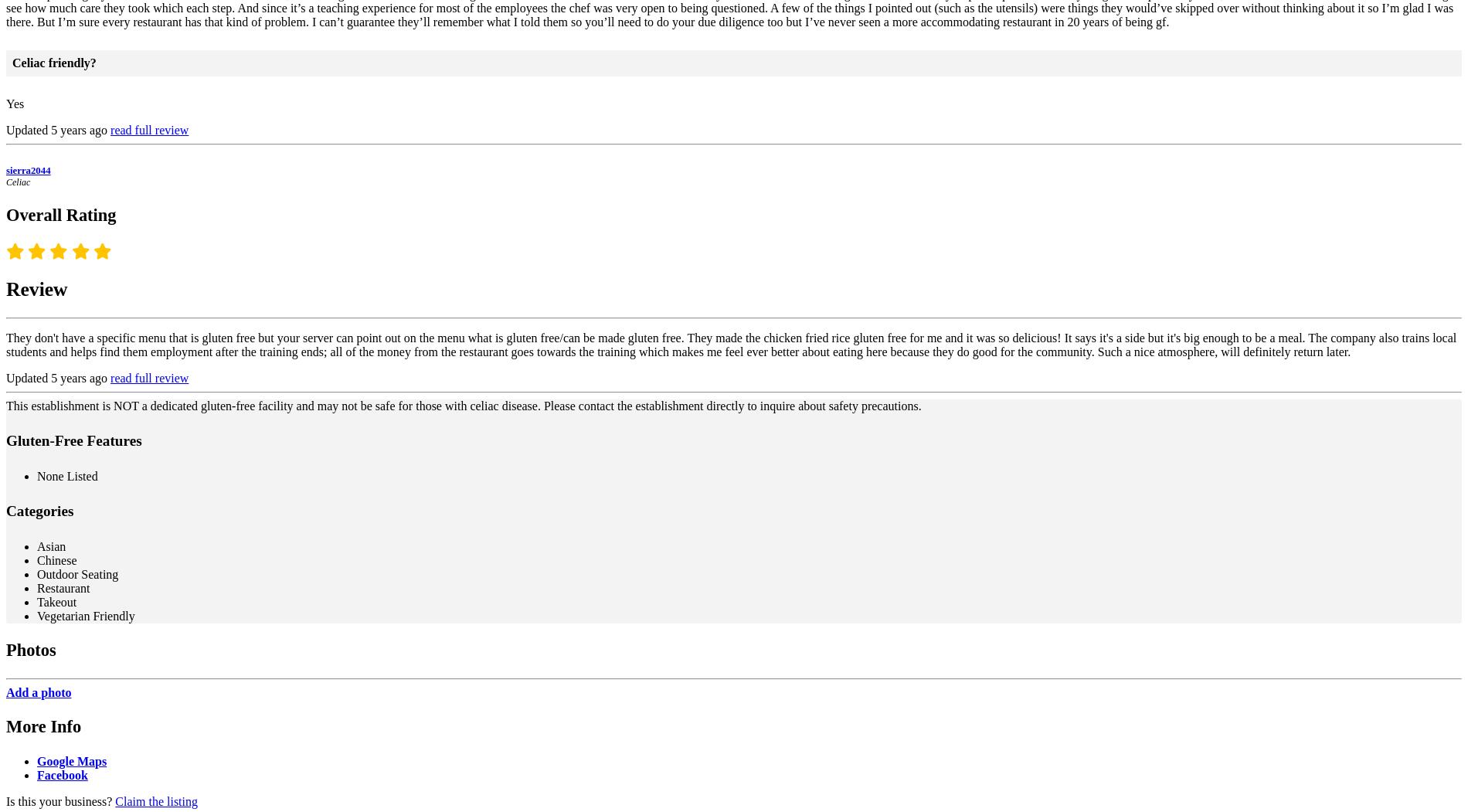 The image size is (1468, 812). What do you see at coordinates (18, 181) in the screenshot?
I see `'Celiac'` at bounding box center [18, 181].